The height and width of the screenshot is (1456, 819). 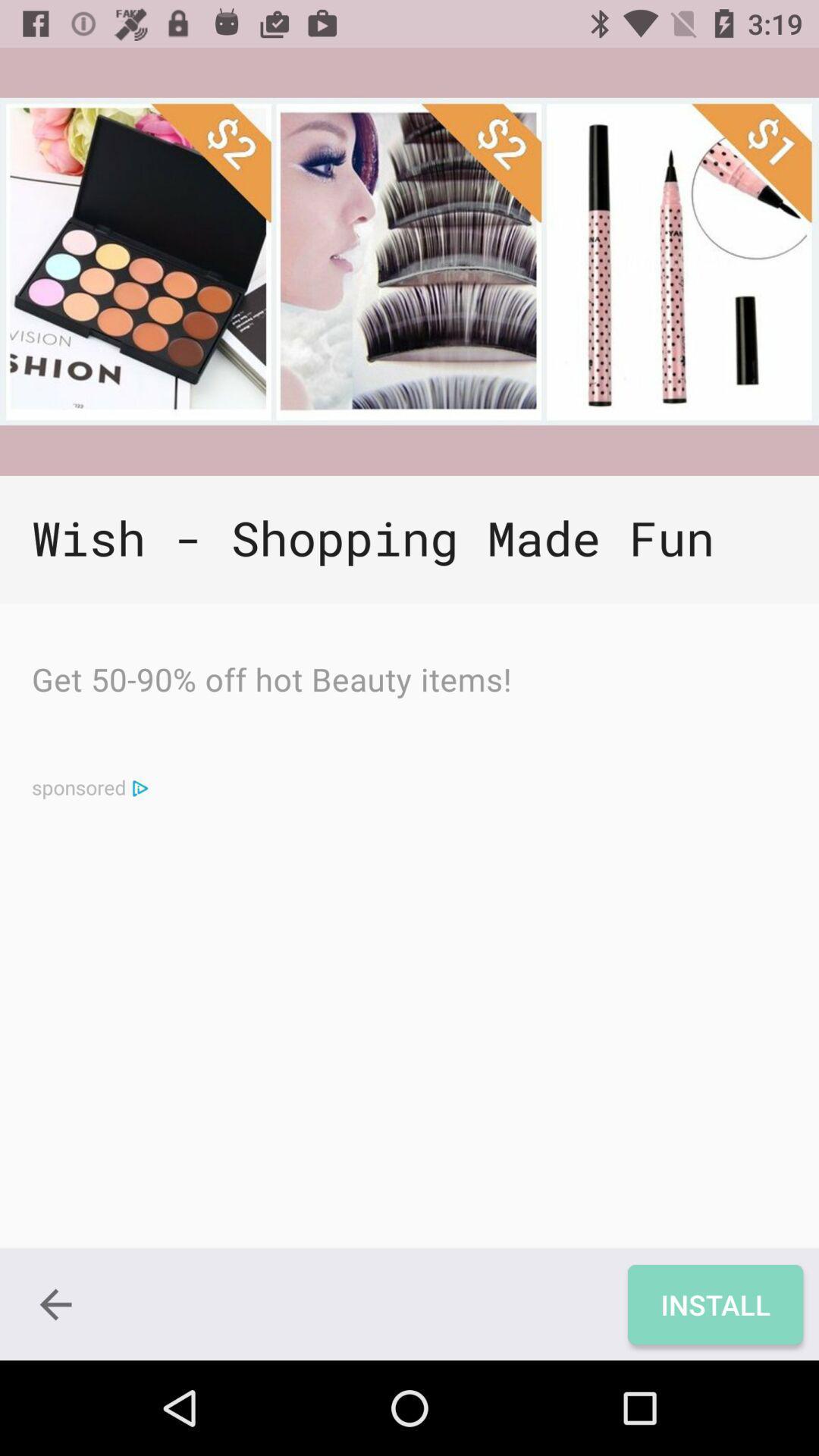 I want to click on icon above wish shopping made item, so click(x=409, y=262).